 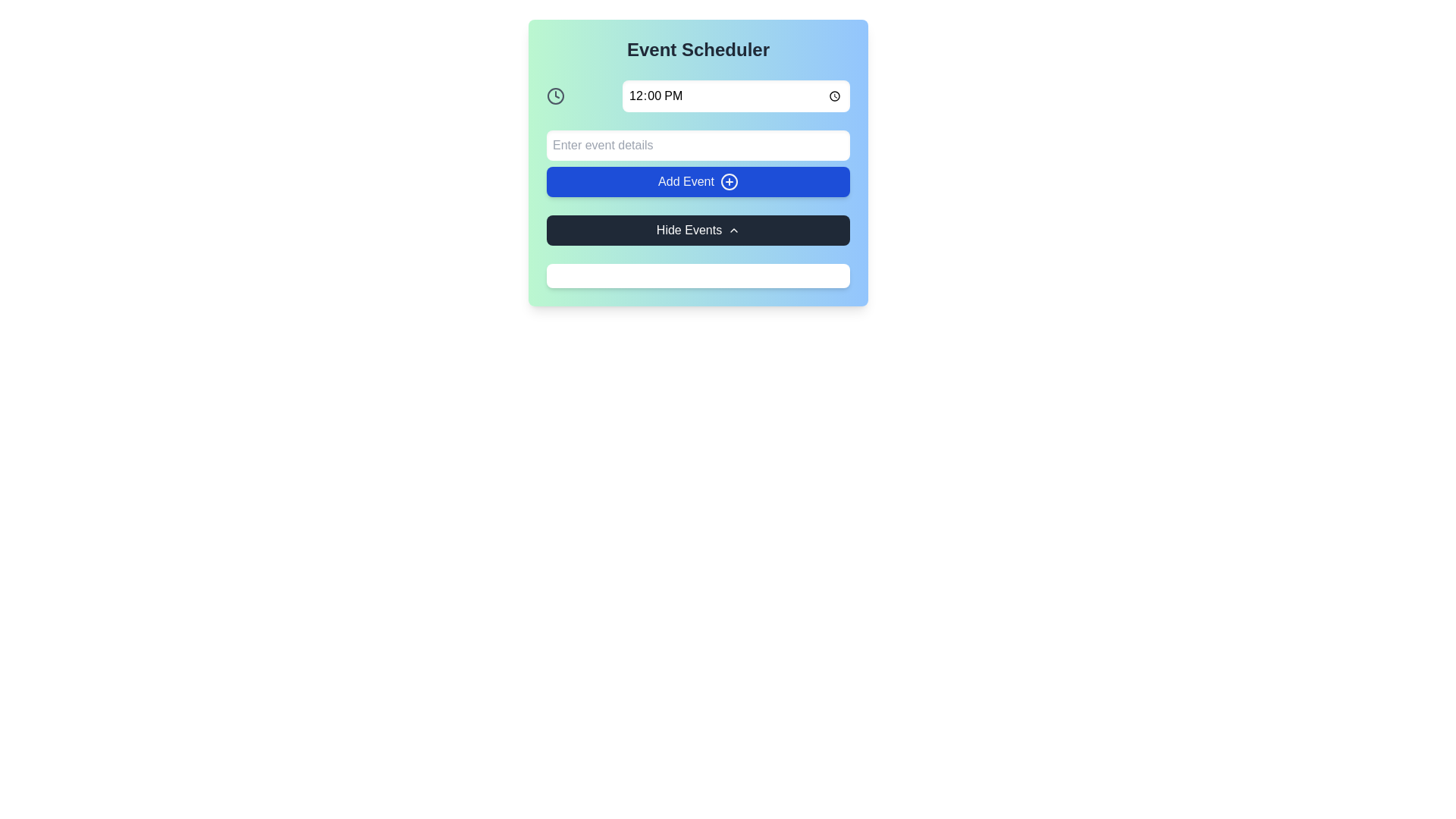 What do you see at coordinates (698, 180) in the screenshot?
I see `the 'Add Event' button` at bounding box center [698, 180].